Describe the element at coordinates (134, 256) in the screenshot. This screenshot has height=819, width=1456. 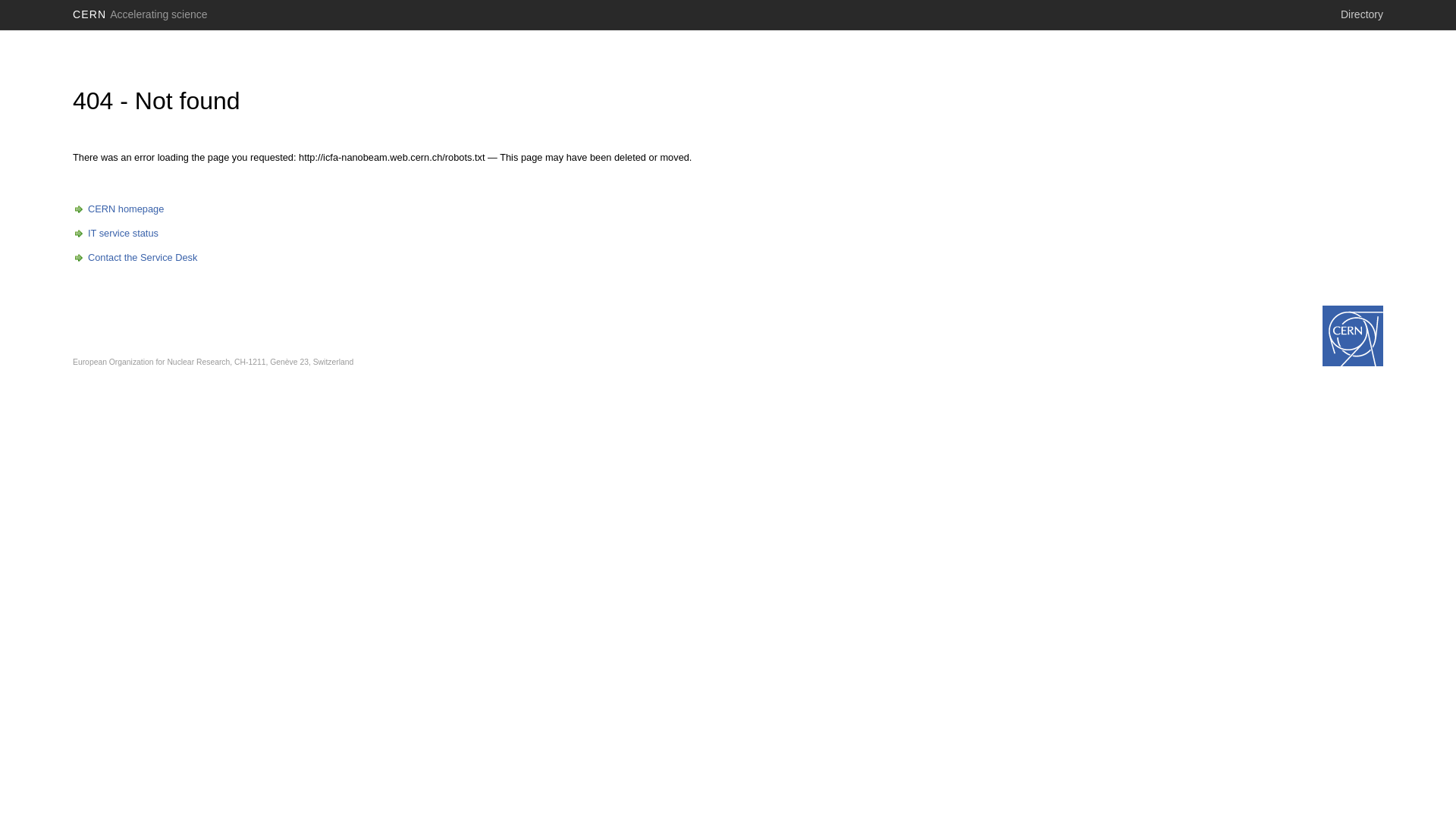
I see `'Contact the Service Desk'` at that location.